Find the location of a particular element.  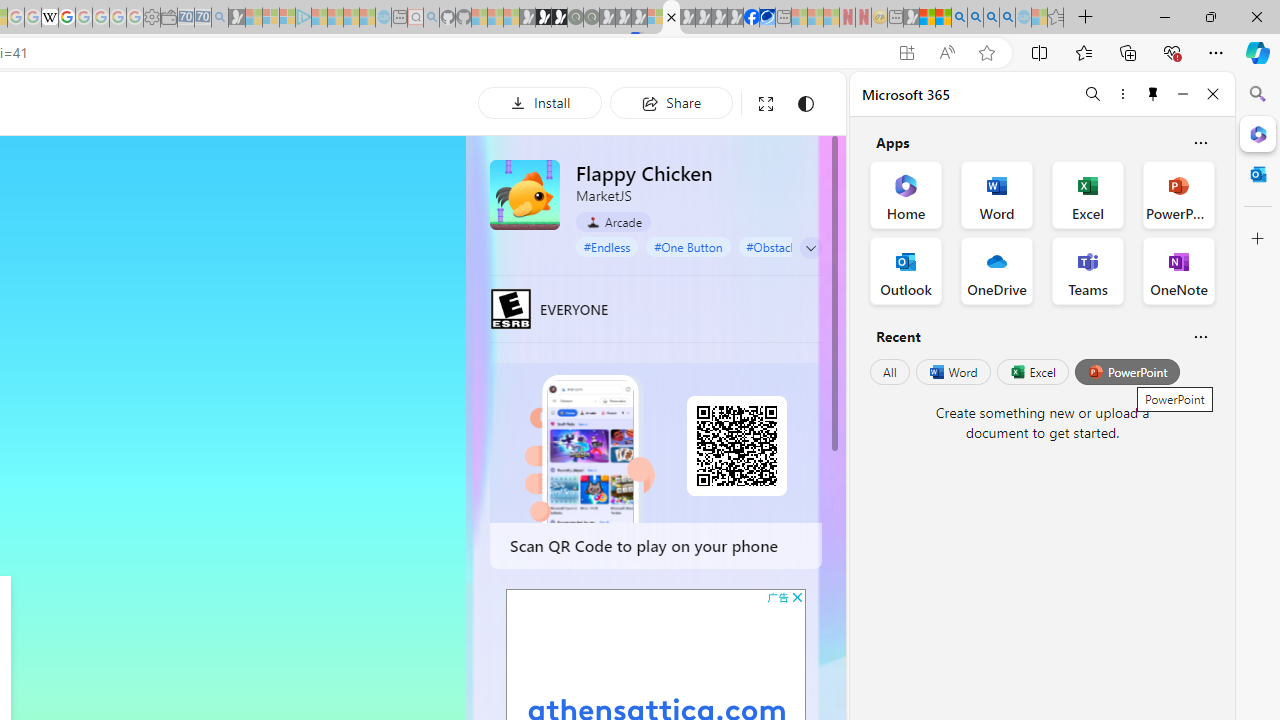

'Share' is located at coordinates (671, 102).